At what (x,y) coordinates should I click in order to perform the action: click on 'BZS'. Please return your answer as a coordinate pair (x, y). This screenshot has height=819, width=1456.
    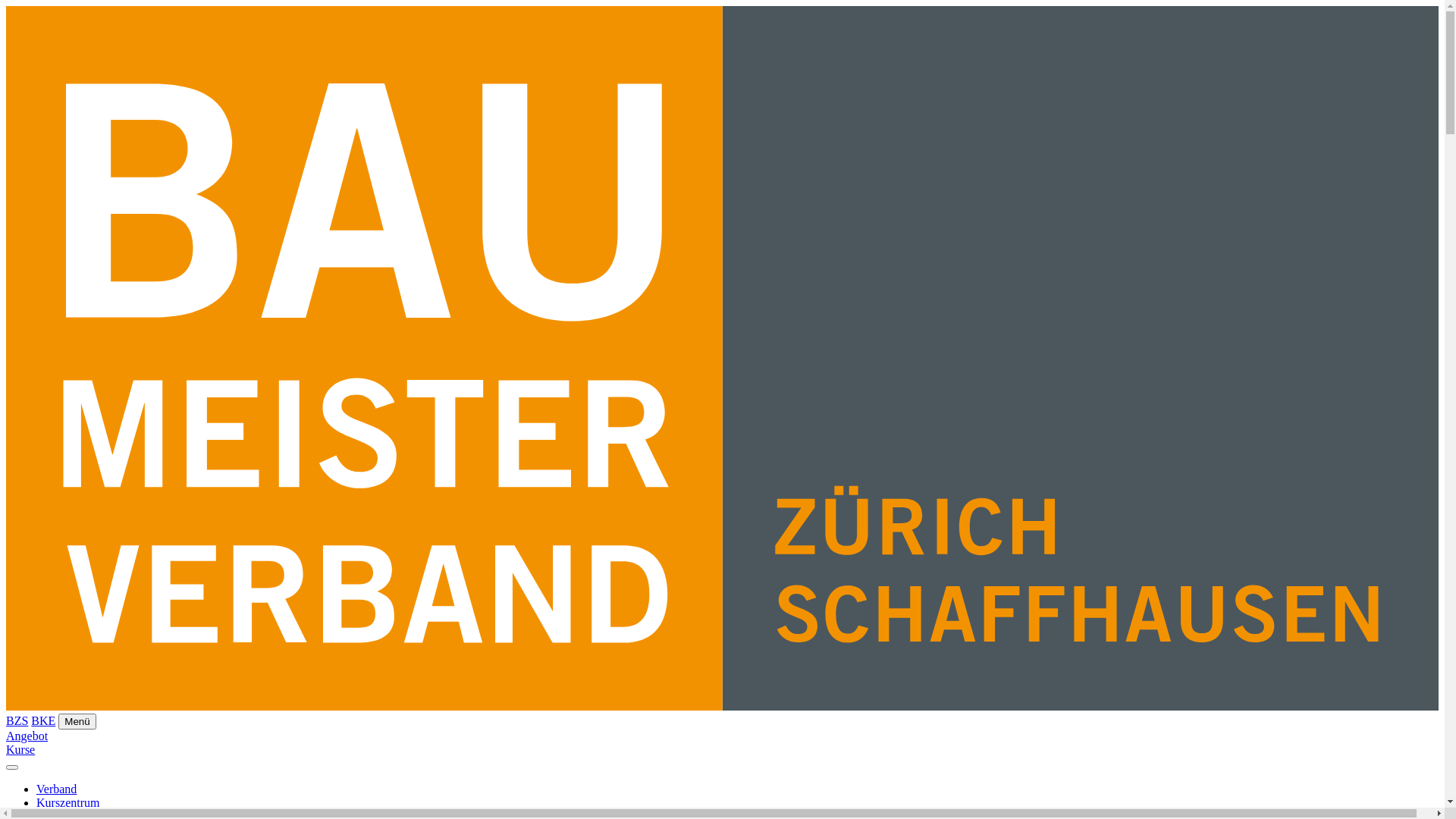
    Looking at the image, I should click on (17, 720).